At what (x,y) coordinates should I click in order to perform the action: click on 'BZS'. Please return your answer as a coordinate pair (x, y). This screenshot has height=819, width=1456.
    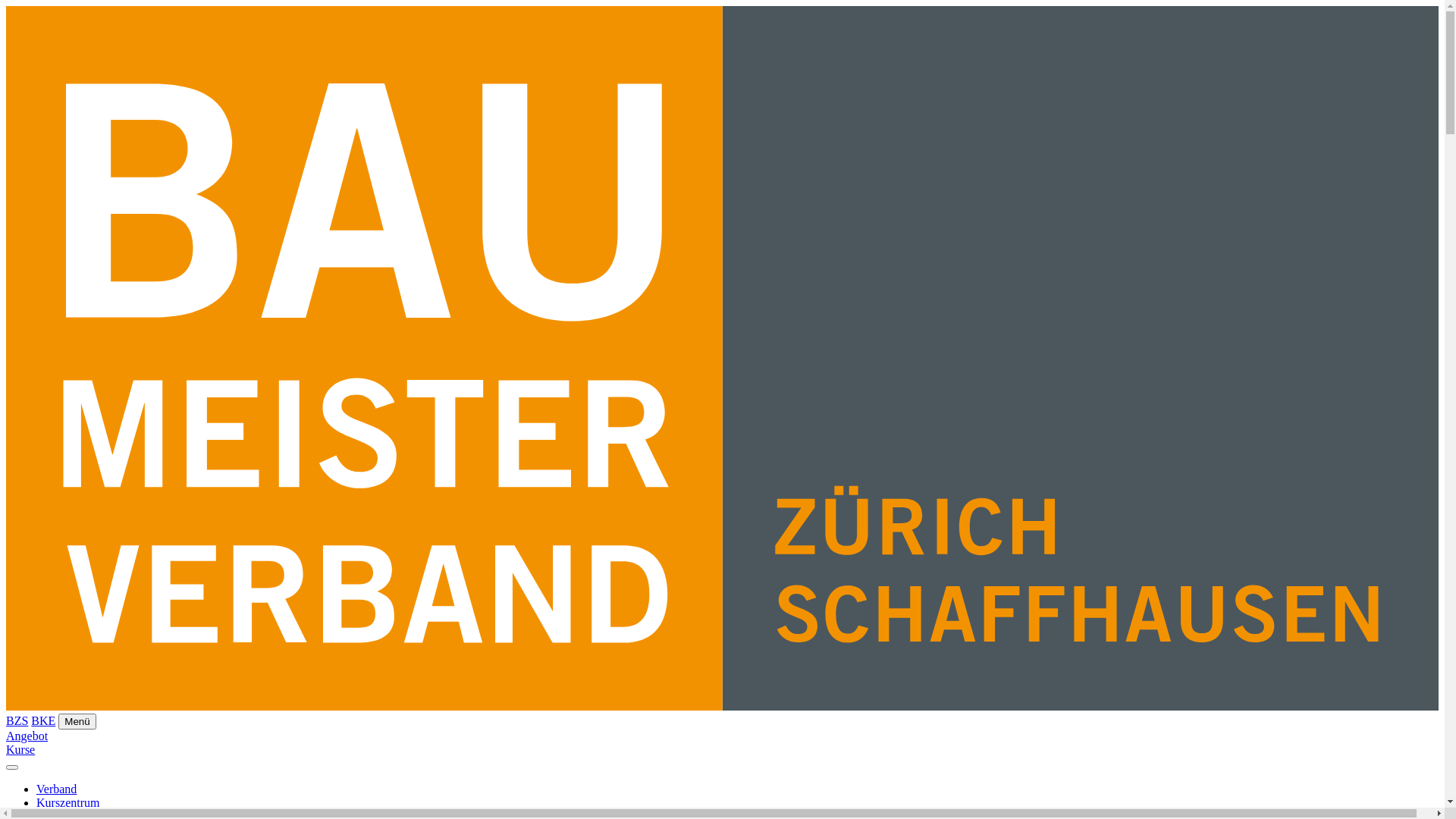
    Looking at the image, I should click on (17, 720).